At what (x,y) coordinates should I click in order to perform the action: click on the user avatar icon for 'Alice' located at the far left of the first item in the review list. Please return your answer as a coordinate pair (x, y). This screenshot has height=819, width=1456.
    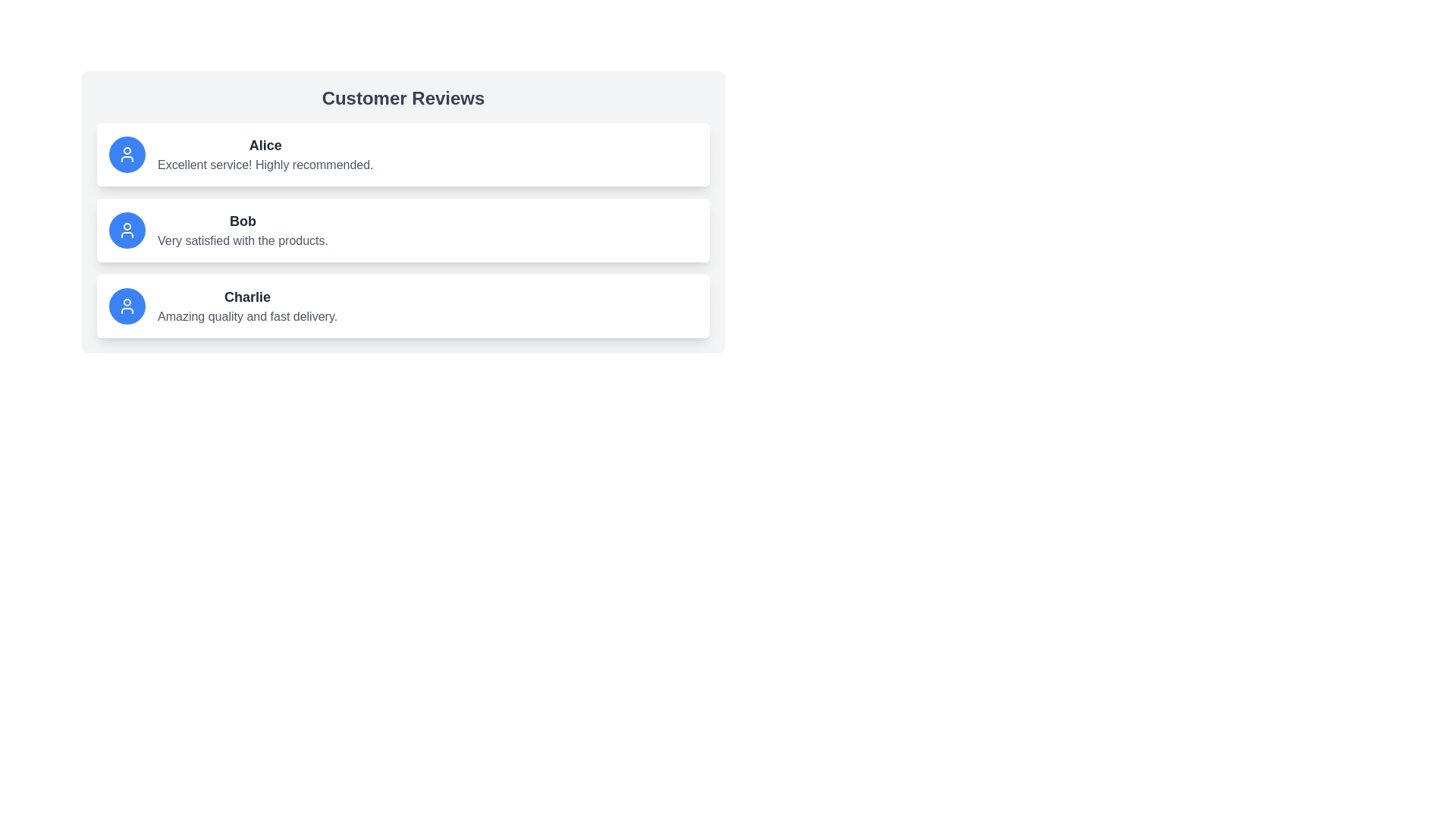
    Looking at the image, I should click on (127, 155).